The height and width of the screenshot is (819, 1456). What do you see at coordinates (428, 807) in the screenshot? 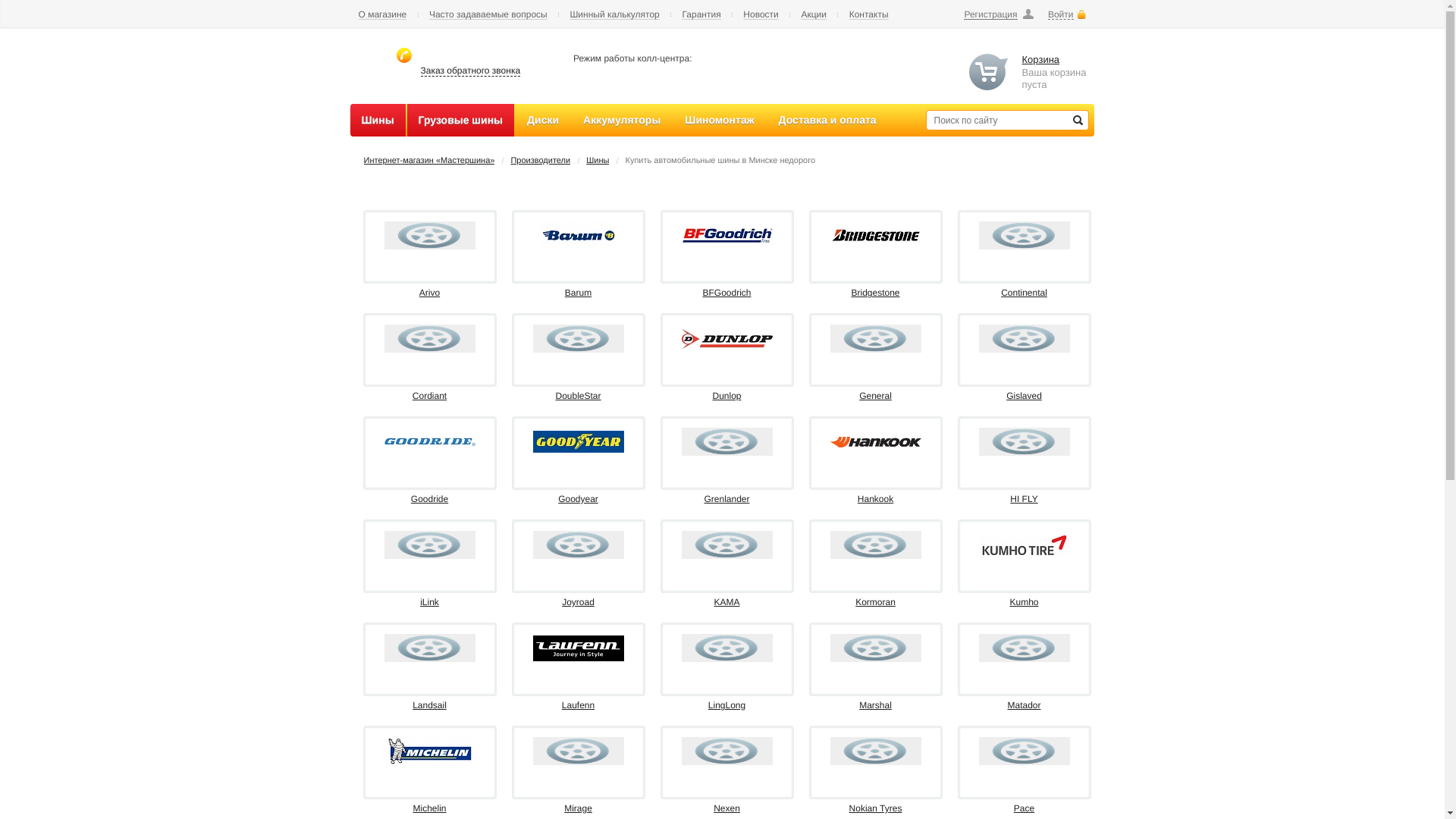
I see `'Michelin'` at bounding box center [428, 807].